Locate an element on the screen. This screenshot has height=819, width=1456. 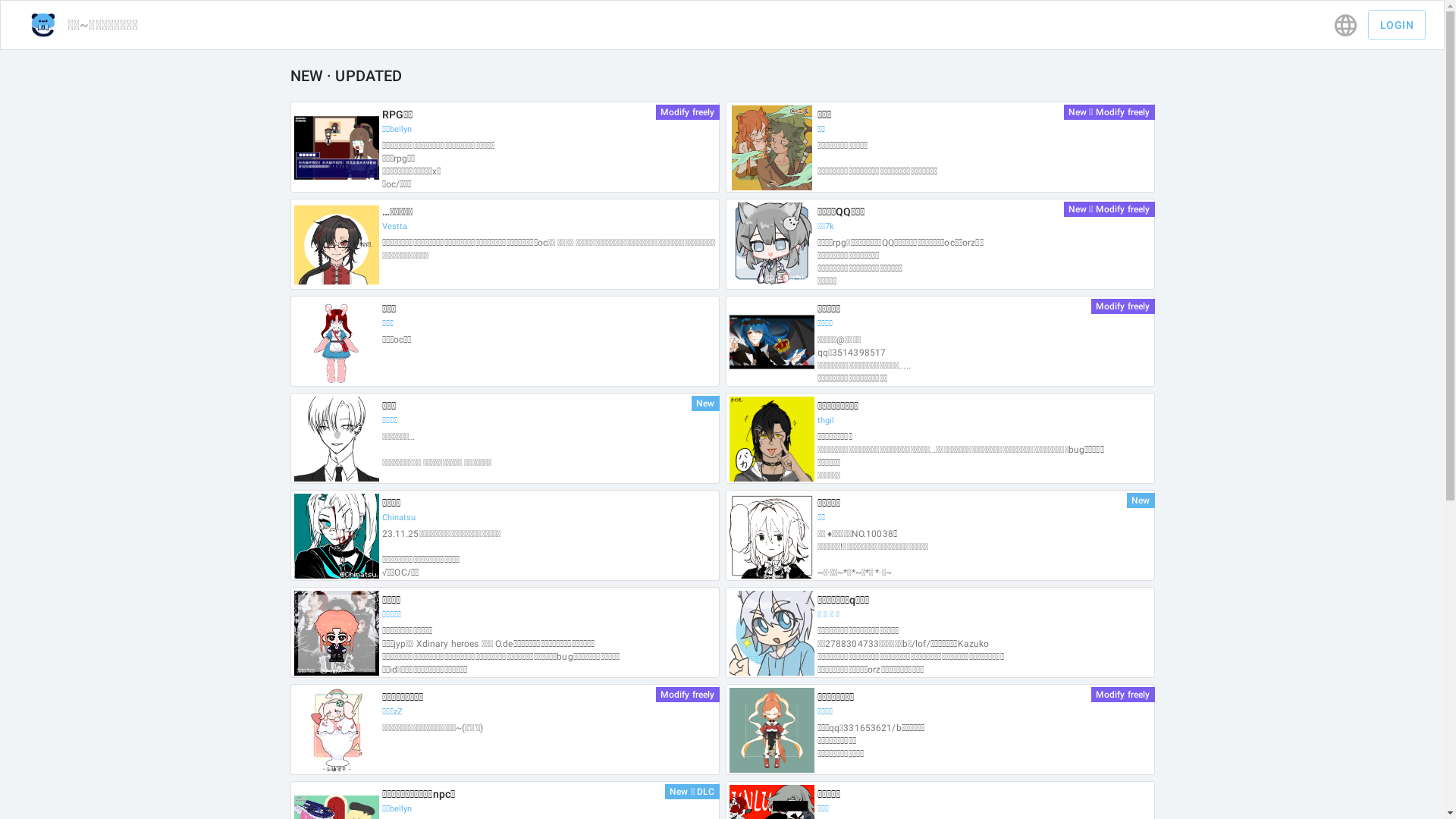
'LOGIN' is located at coordinates (1396, 25).